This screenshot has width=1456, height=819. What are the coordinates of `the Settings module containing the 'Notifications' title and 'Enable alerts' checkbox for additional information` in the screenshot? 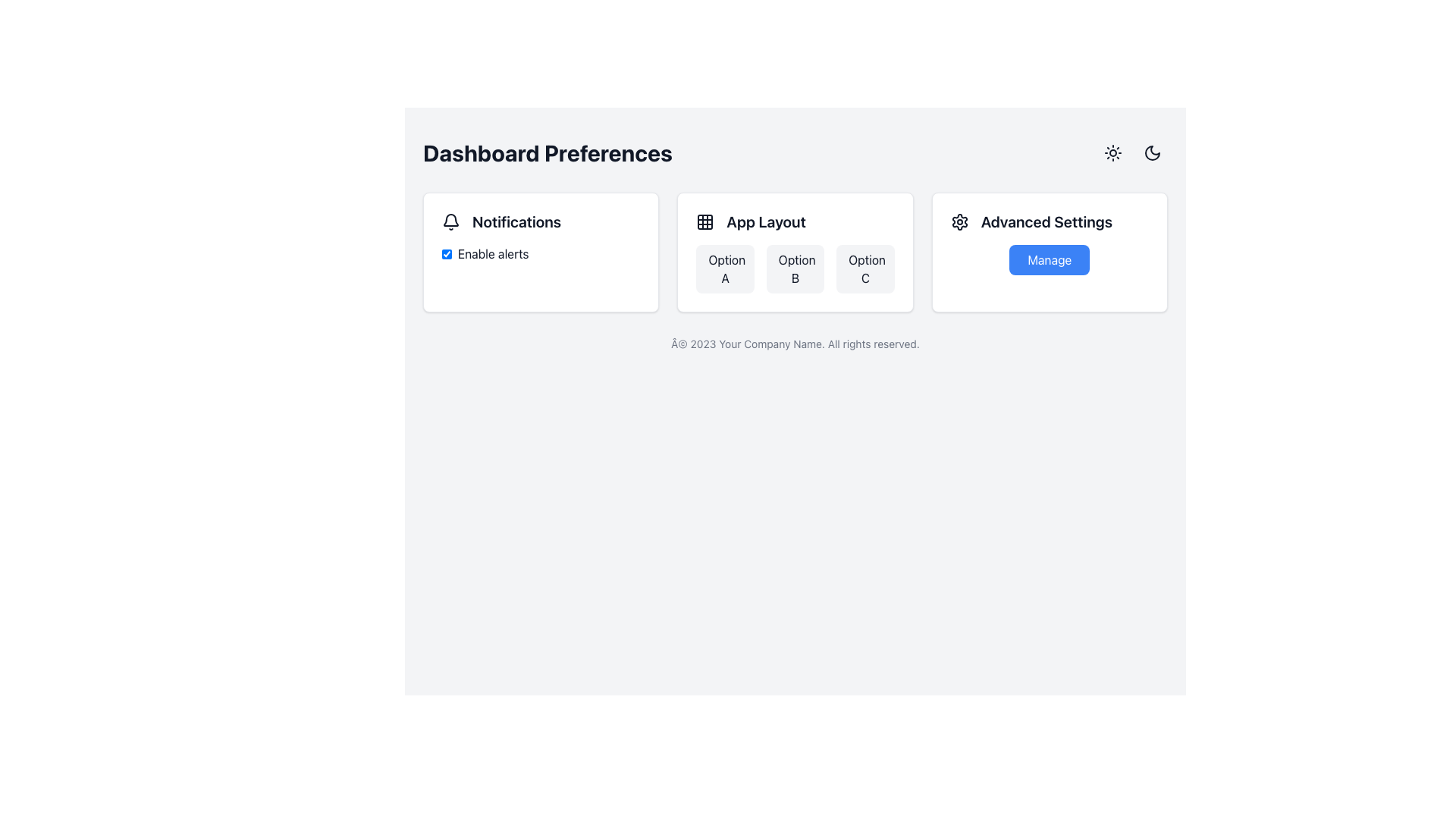 It's located at (541, 251).